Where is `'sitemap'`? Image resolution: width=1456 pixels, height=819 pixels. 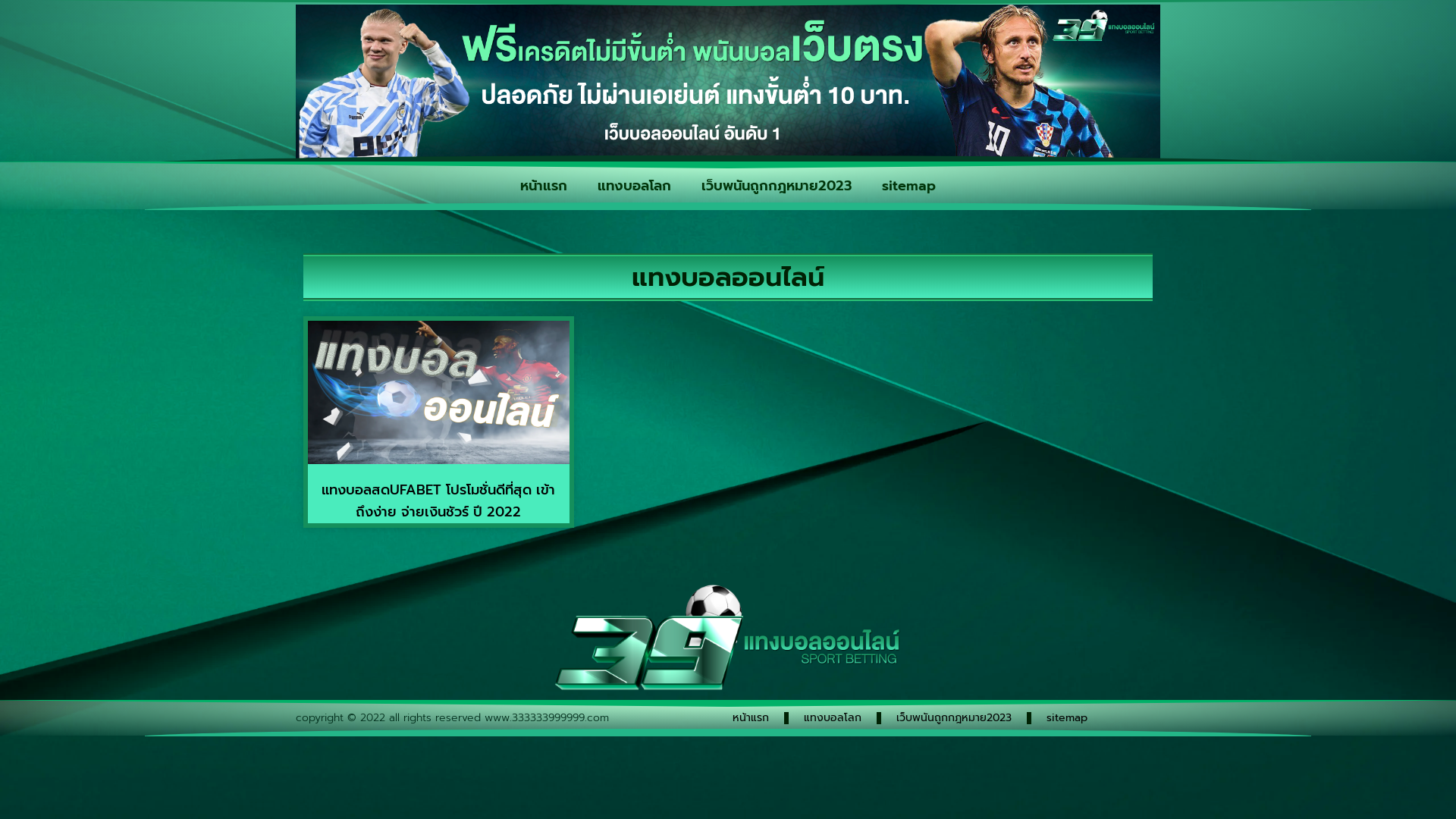
'sitemap' is located at coordinates (866, 185).